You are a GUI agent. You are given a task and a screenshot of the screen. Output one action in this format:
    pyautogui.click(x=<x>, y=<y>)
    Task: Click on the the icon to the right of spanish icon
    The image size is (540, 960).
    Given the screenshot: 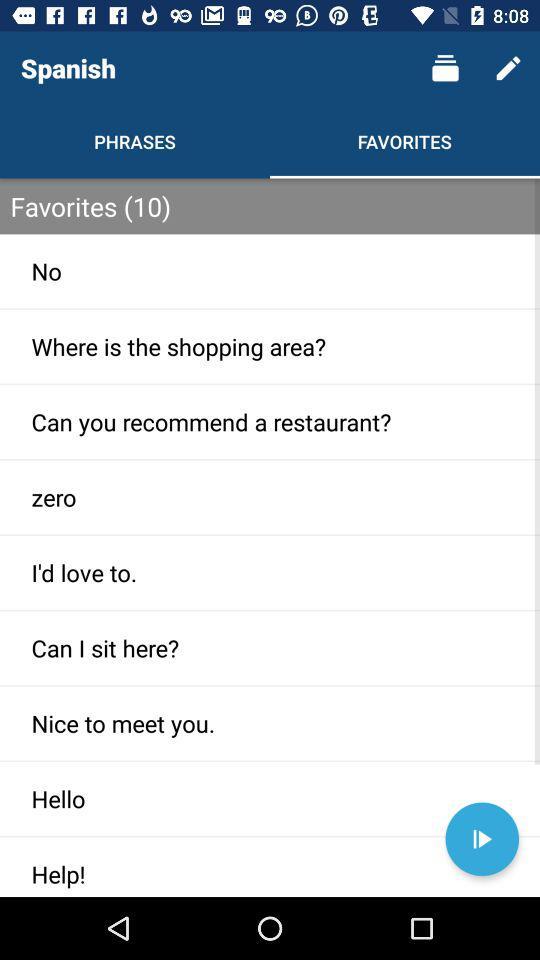 What is the action you would take?
    pyautogui.click(x=445, y=68)
    